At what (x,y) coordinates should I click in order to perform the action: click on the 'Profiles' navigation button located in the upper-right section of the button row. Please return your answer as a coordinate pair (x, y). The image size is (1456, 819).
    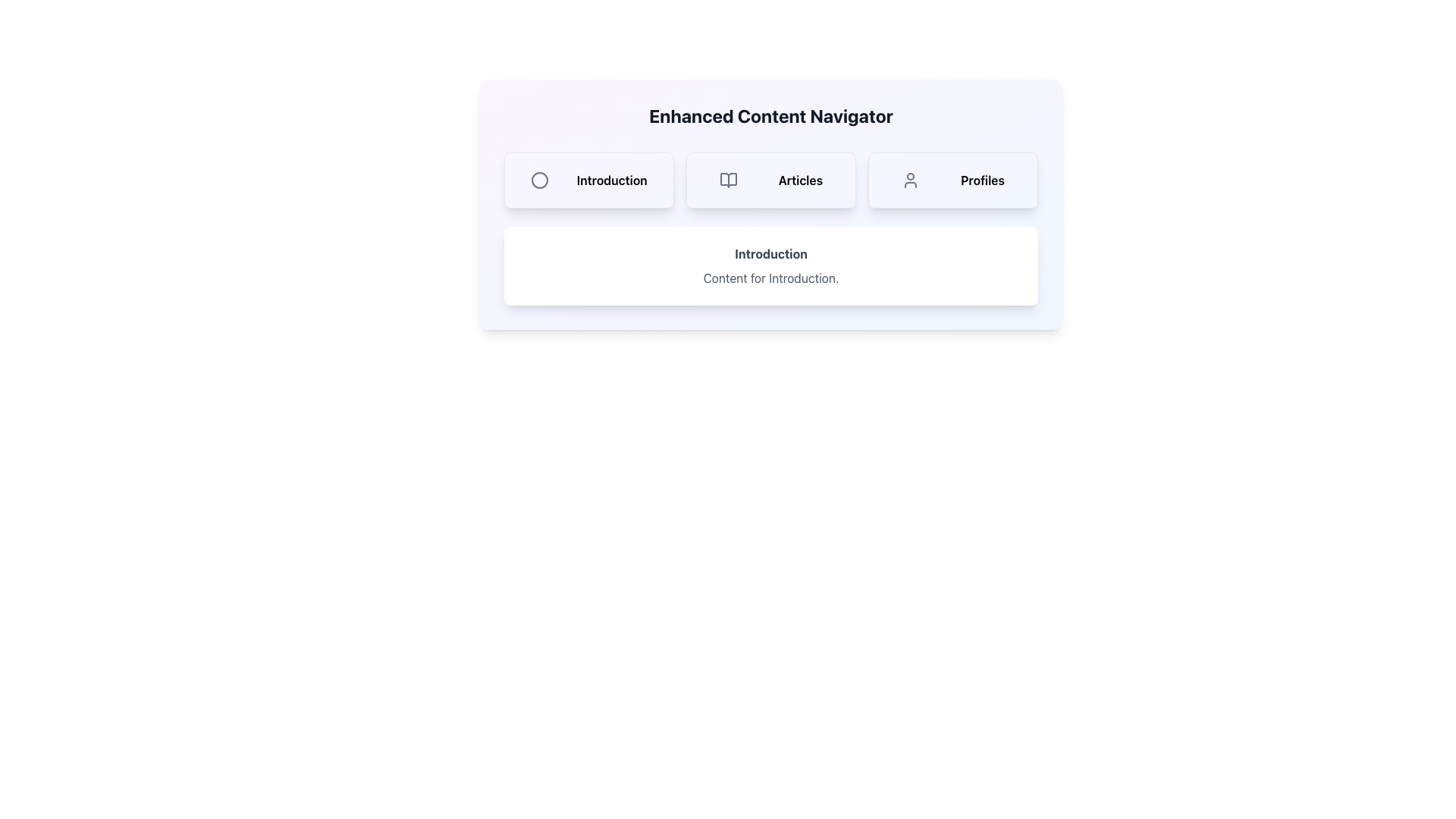
    Looking at the image, I should click on (952, 180).